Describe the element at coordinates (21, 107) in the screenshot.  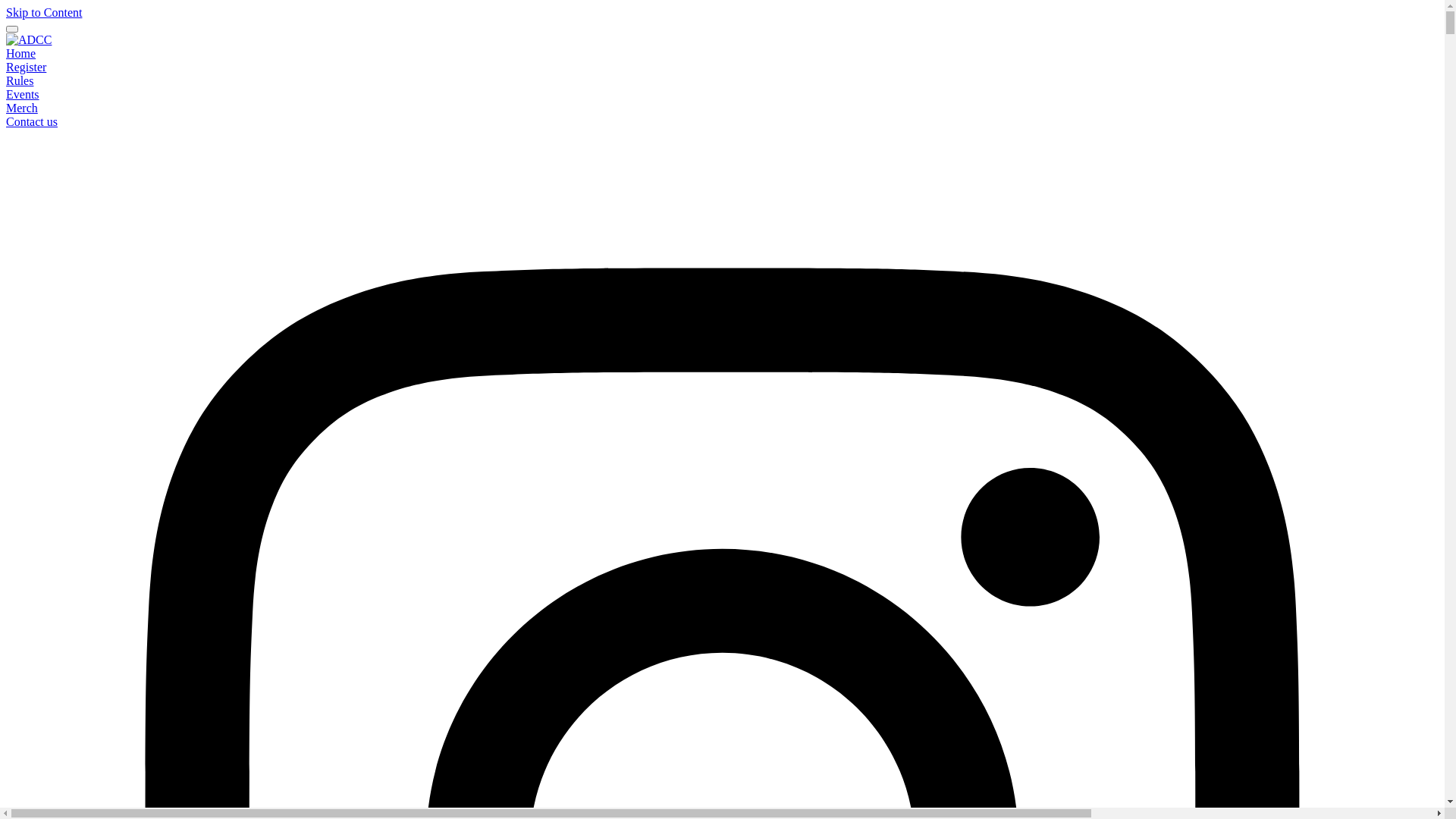
I see `'Merch'` at that location.